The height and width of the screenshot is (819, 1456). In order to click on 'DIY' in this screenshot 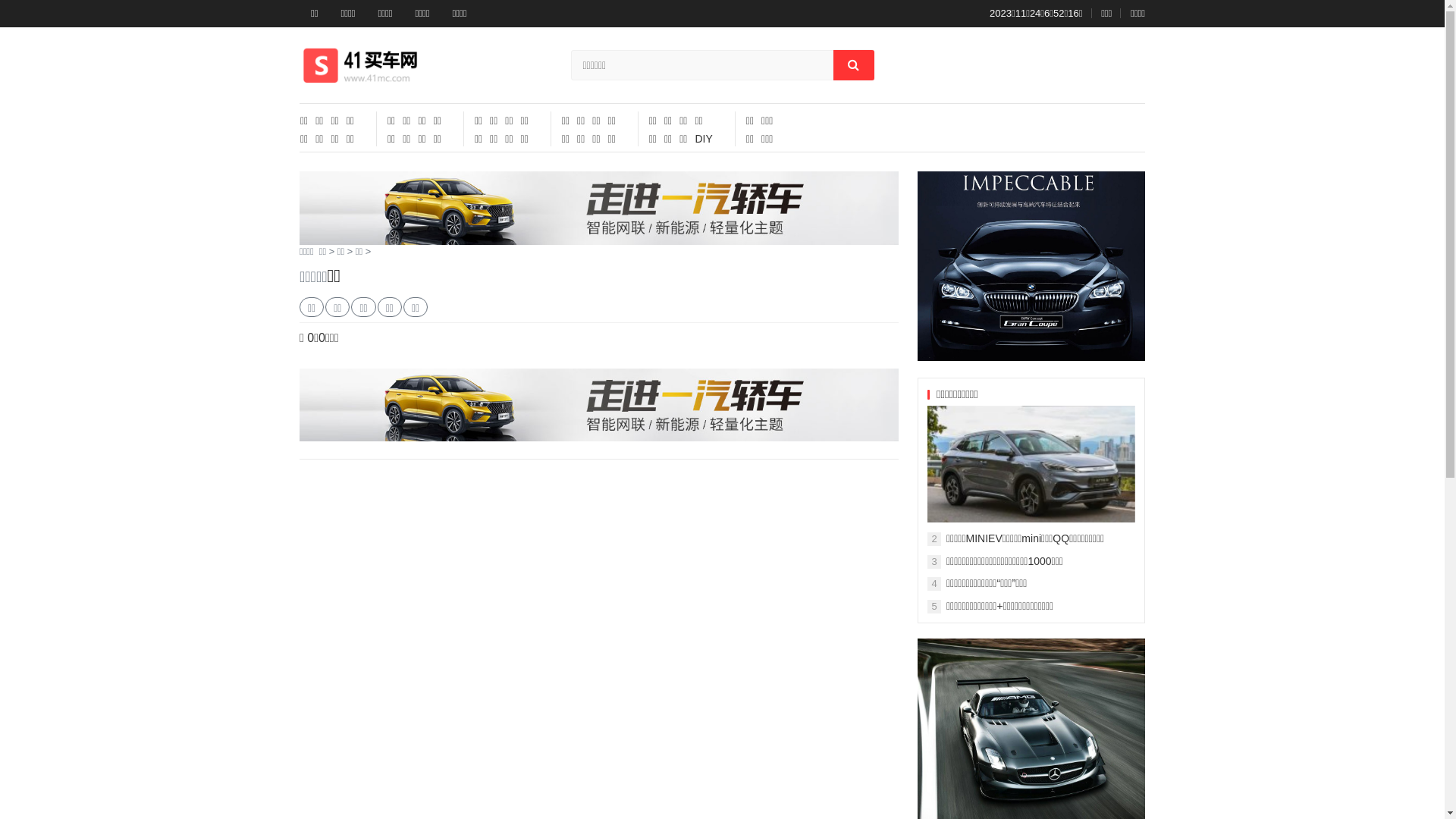, I will do `click(690, 138)`.